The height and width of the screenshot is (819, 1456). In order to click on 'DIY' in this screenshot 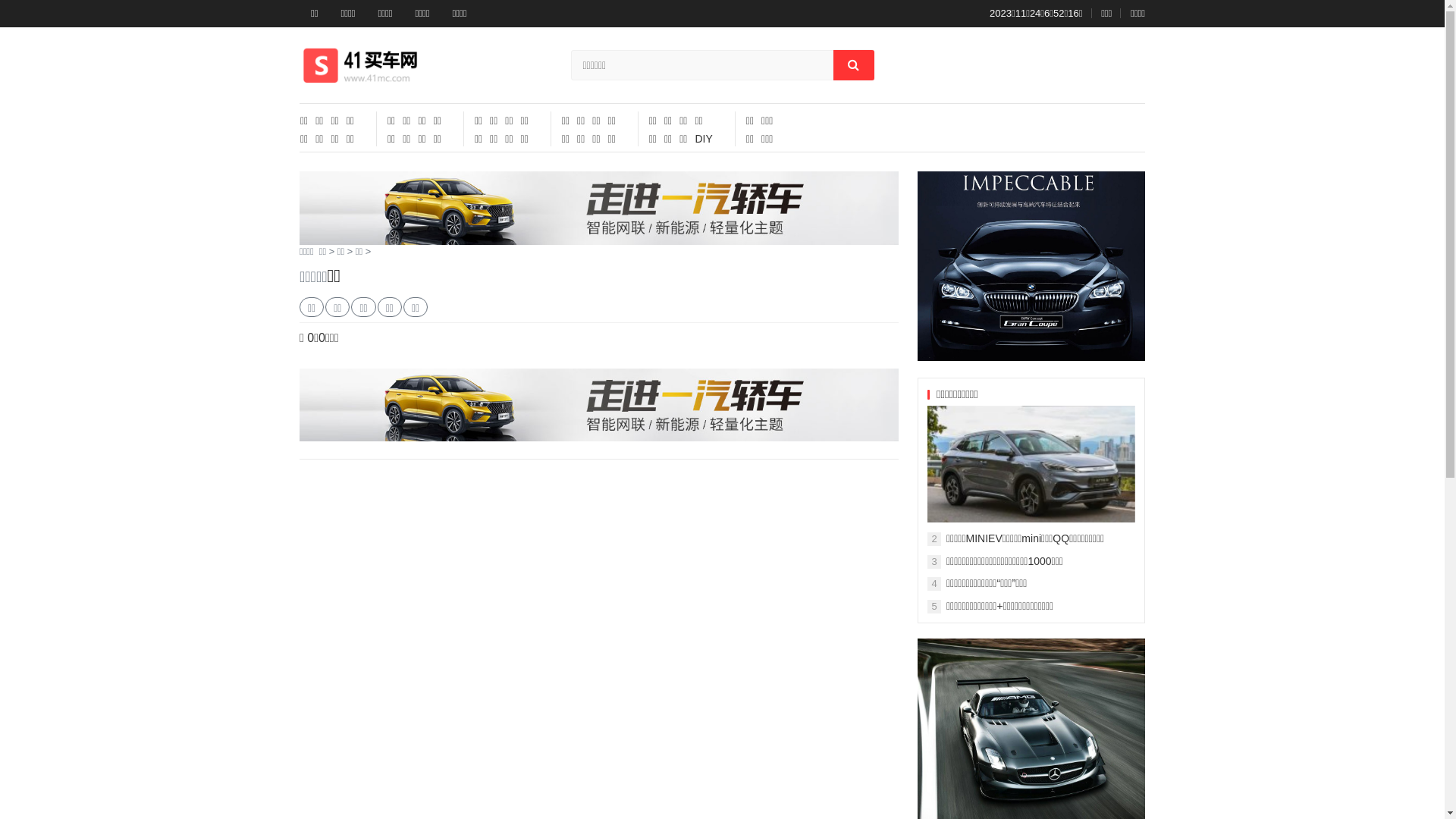, I will do `click(690, 138)`.